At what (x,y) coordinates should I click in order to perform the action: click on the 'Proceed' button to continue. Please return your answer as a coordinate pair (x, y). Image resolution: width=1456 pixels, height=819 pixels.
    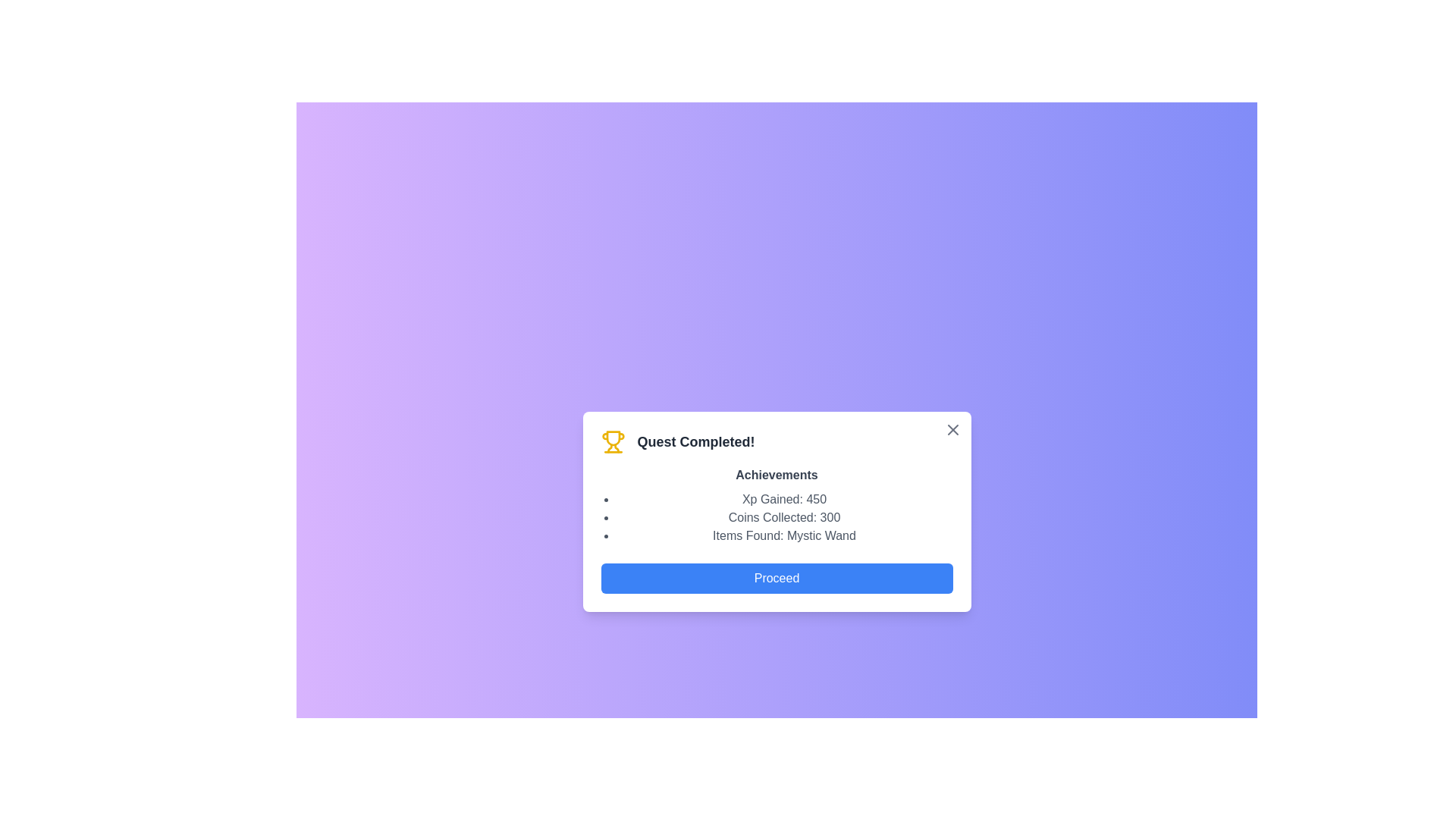
    Looking at the image, I should click on (777, 579).